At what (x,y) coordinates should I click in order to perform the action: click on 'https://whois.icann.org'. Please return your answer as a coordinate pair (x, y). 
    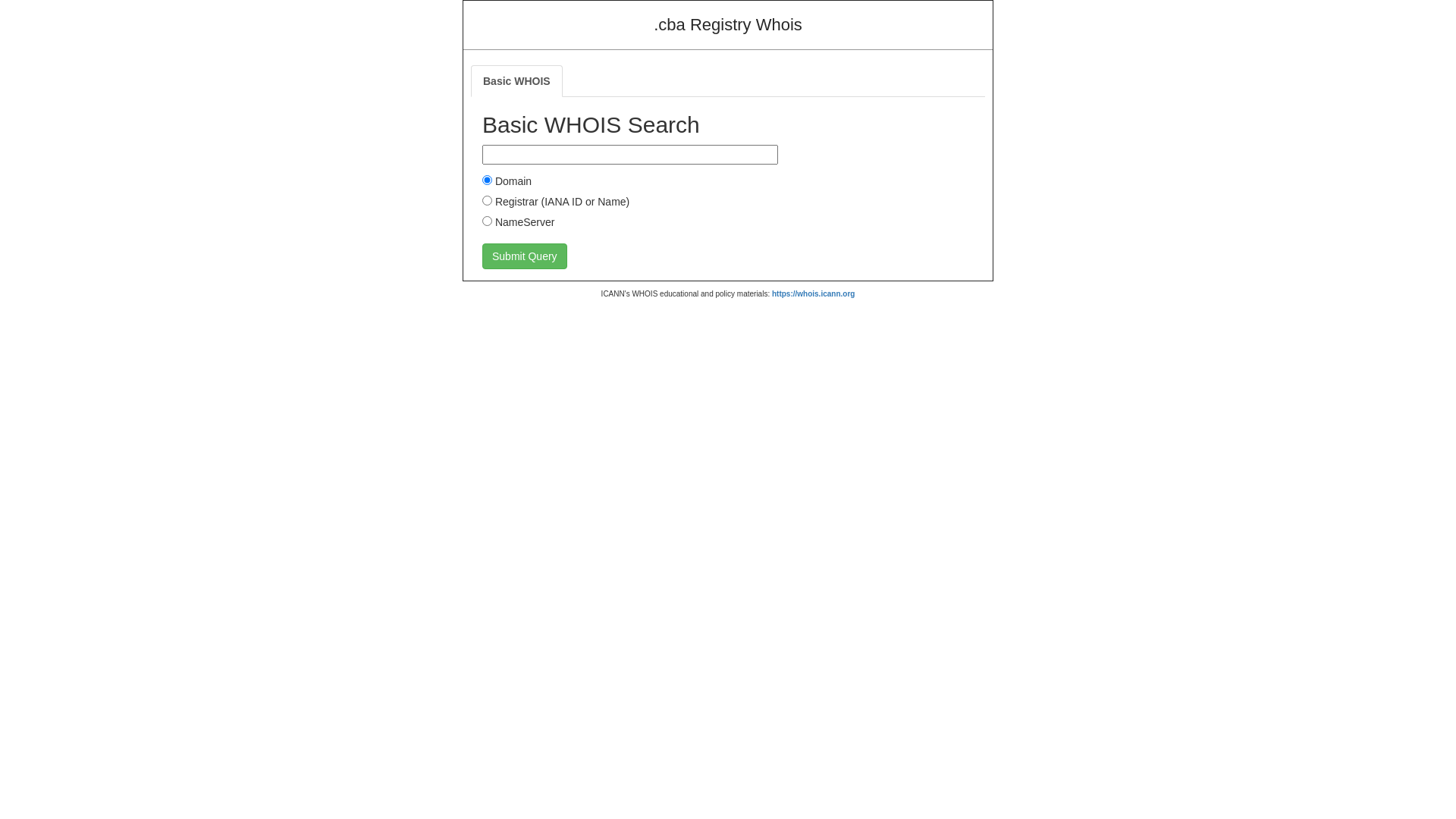
    Looking at the image, I should click on (812, 293).